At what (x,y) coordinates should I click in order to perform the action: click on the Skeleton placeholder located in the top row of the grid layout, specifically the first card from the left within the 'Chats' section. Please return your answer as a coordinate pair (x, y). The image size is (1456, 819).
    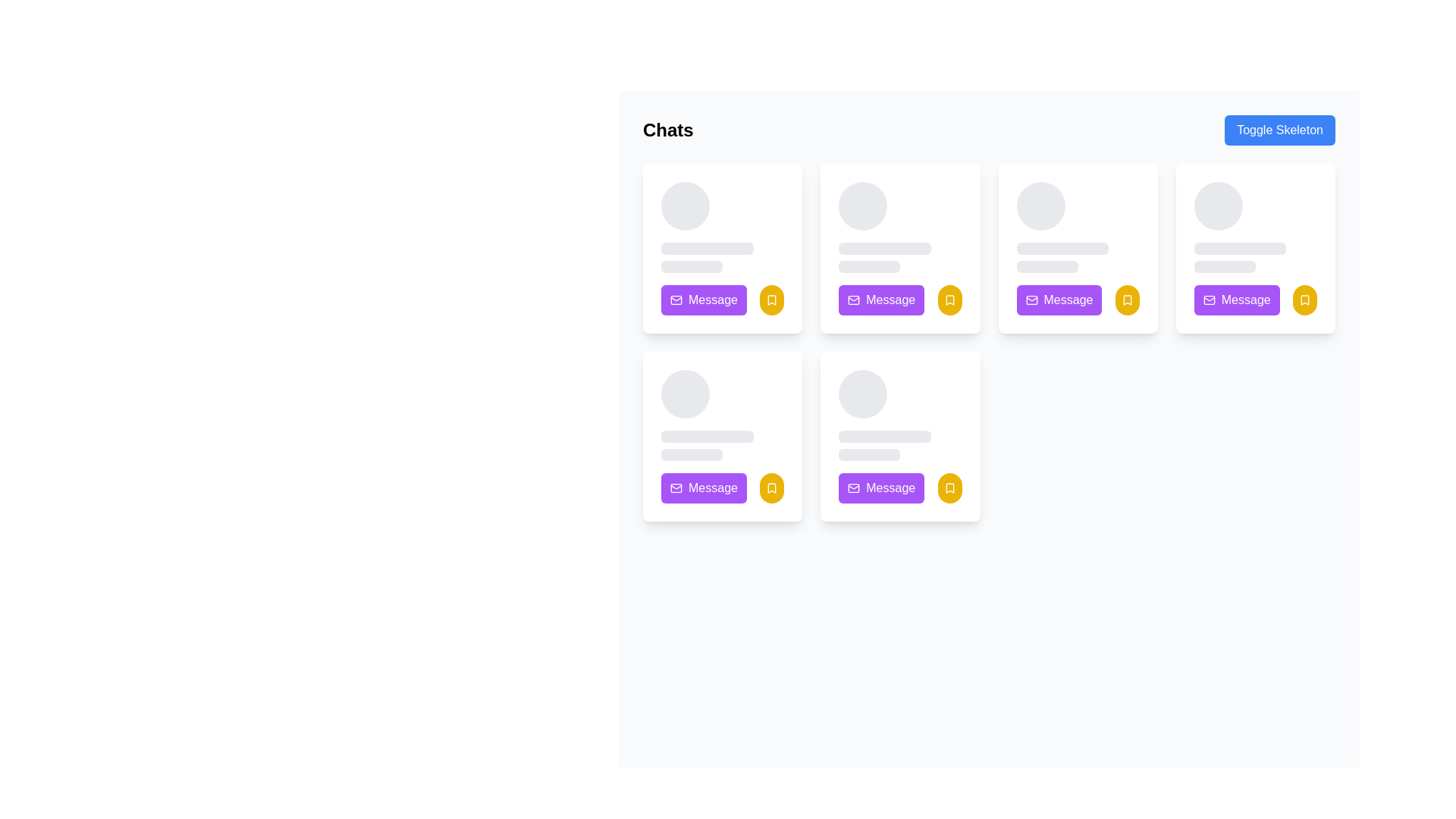
    Looking at the image, I should click on (722, 227).